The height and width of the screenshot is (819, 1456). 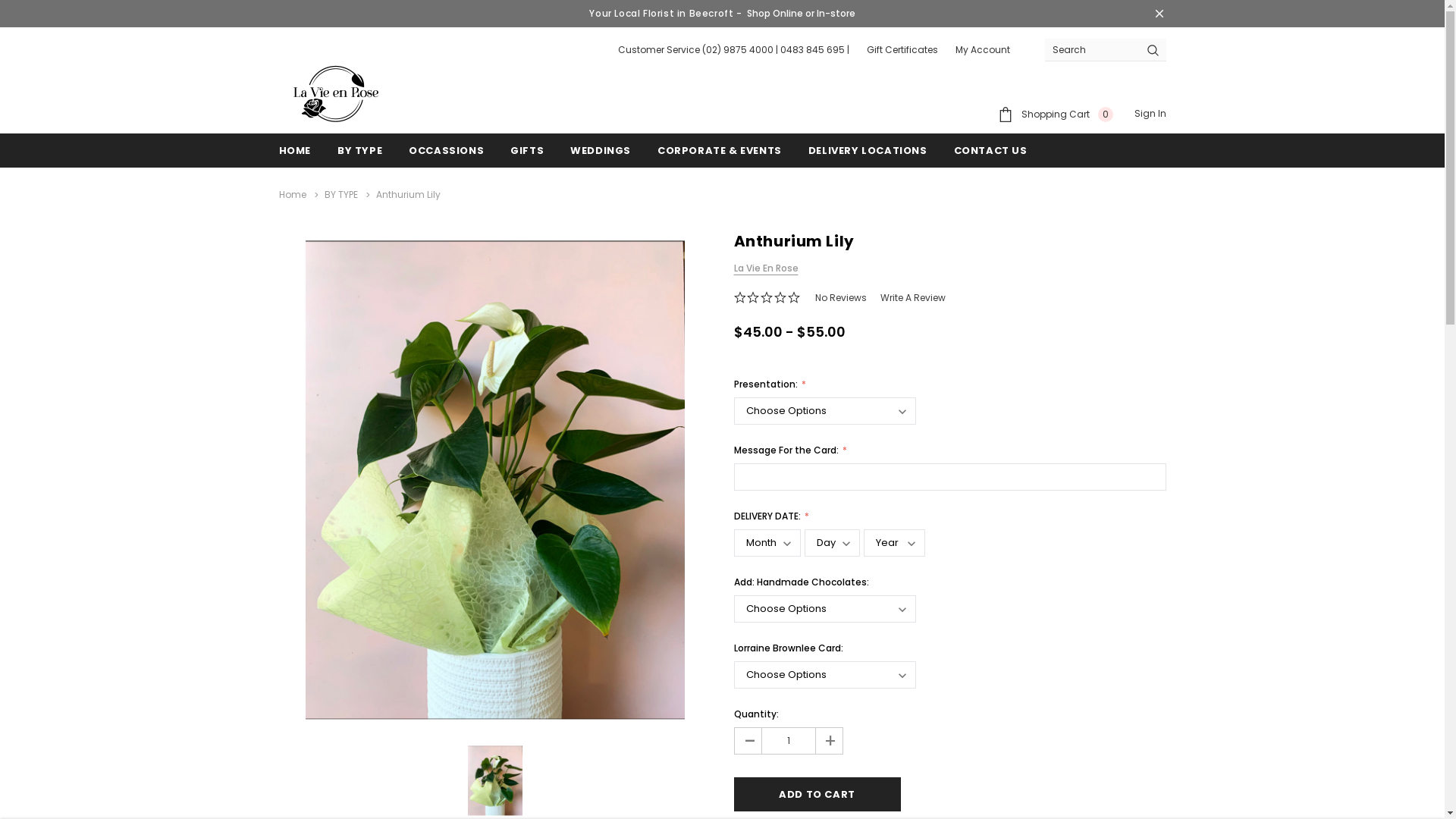 What do you see at coordinates (527, 150) in the screenshot?
I see `'GIFTS'` at bounding box center [527, 150].